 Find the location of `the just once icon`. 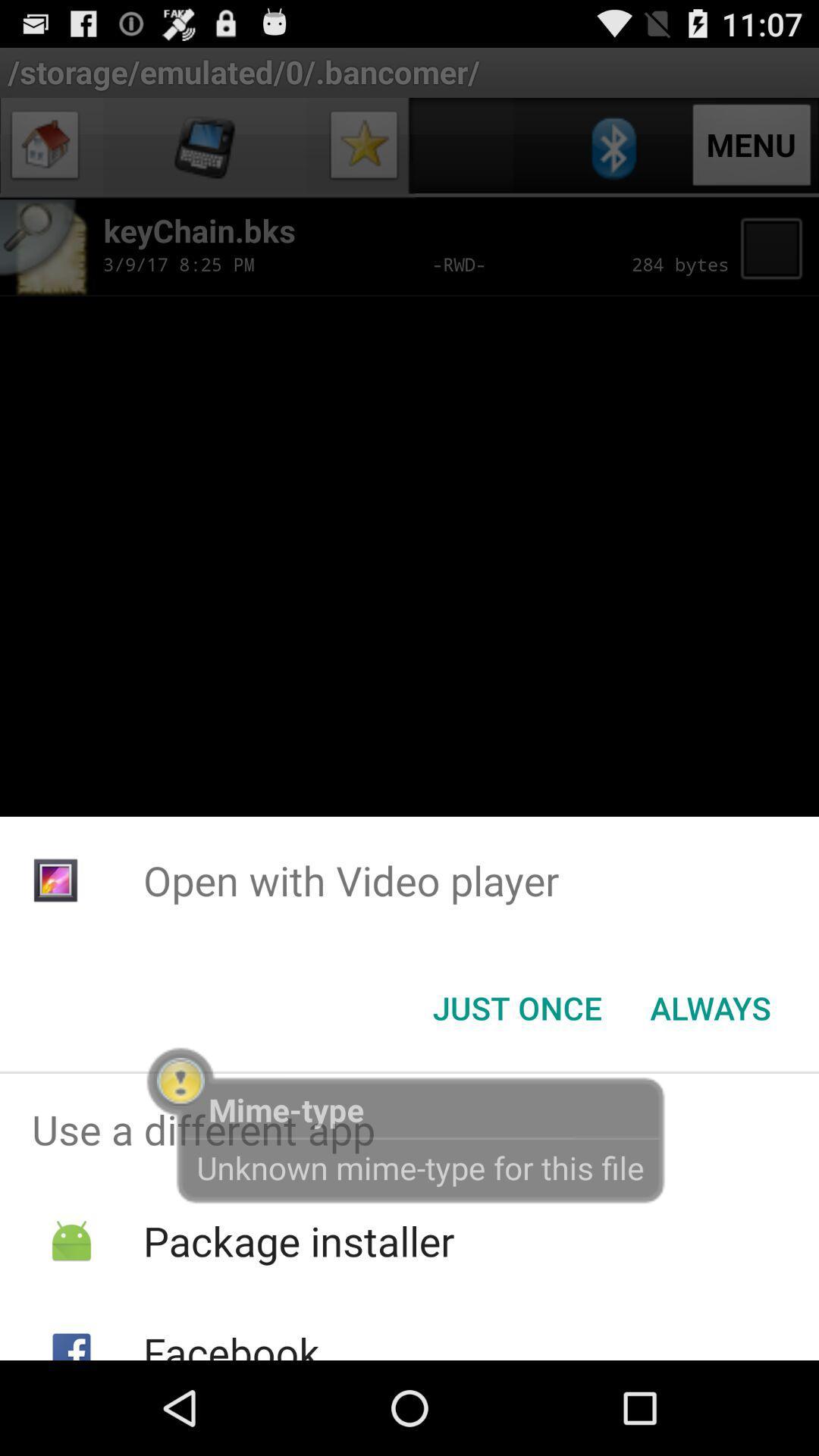

the just once icon is located at coordinates (516, 1008).